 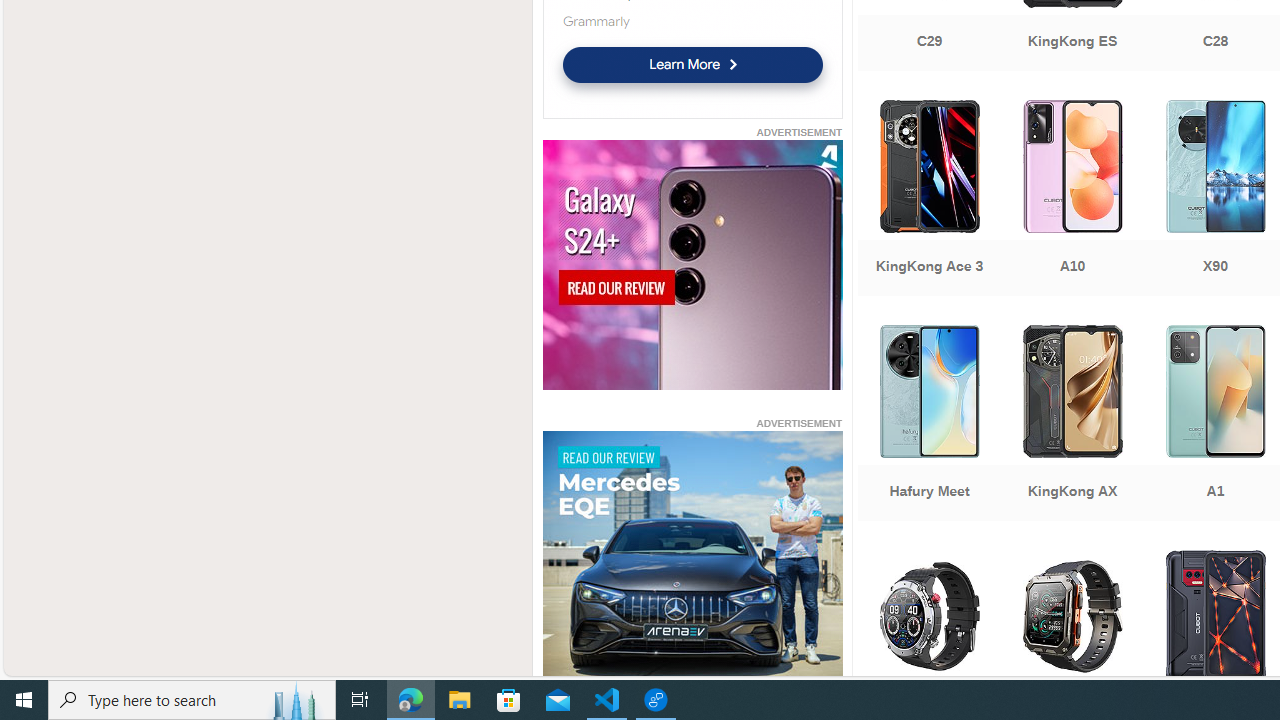 I want to click on 'KingKong AX', so click(x=1071, y=424).